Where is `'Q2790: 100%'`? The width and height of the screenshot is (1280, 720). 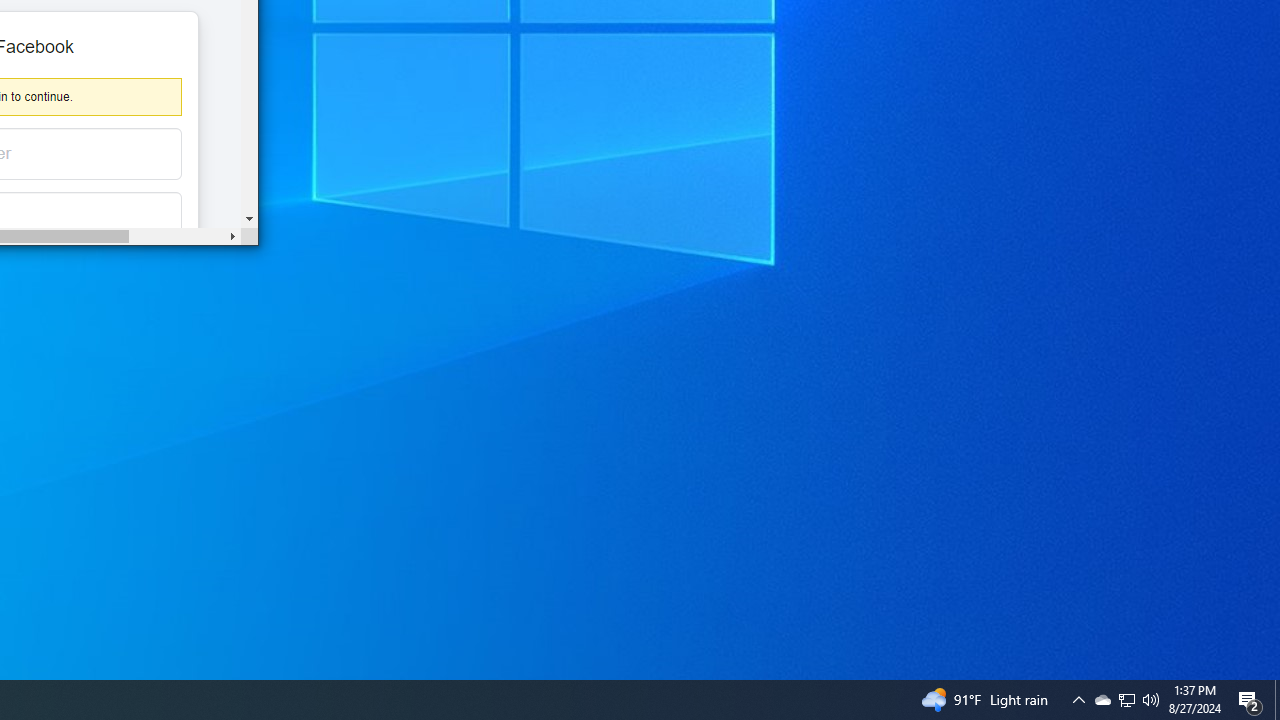
'Q2790: 100%' is located at coordinates (1151, 698).